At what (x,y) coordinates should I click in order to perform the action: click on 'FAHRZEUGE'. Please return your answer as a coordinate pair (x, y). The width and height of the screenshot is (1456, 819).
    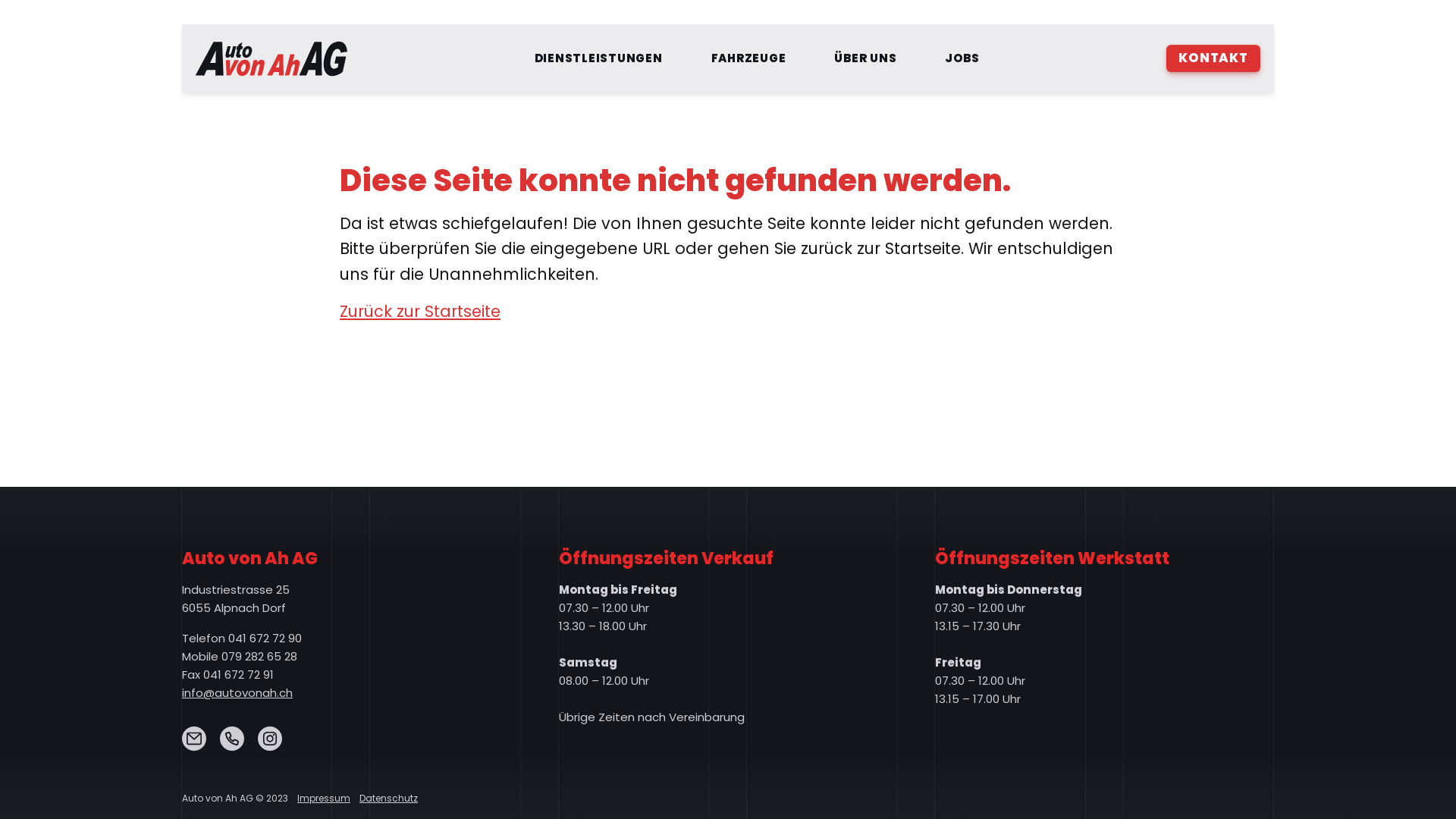
    Looking at the image, I should click on (748, 58).